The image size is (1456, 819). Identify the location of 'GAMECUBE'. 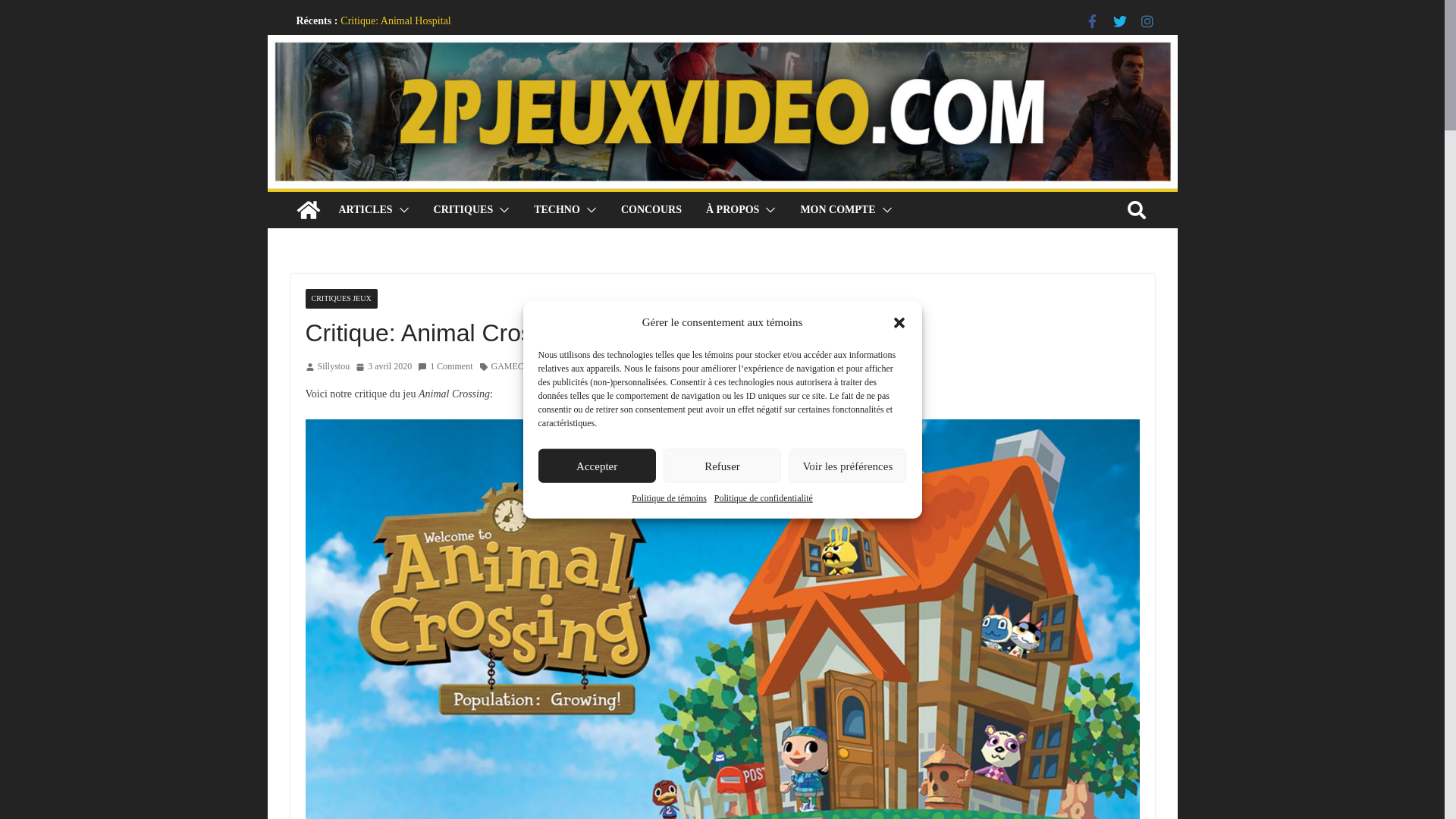
(516, 366).